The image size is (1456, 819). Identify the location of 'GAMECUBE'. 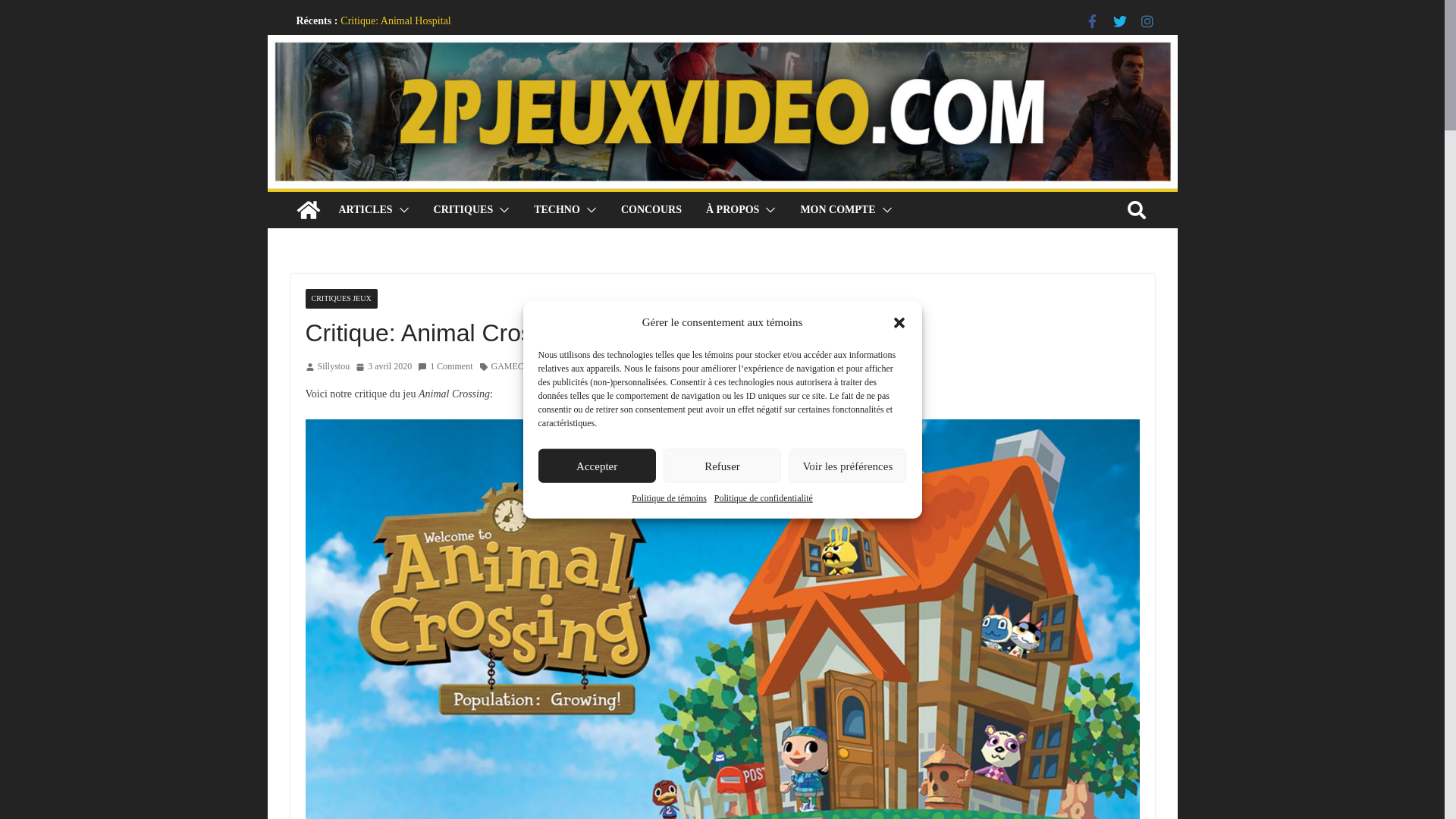
(516, 366).